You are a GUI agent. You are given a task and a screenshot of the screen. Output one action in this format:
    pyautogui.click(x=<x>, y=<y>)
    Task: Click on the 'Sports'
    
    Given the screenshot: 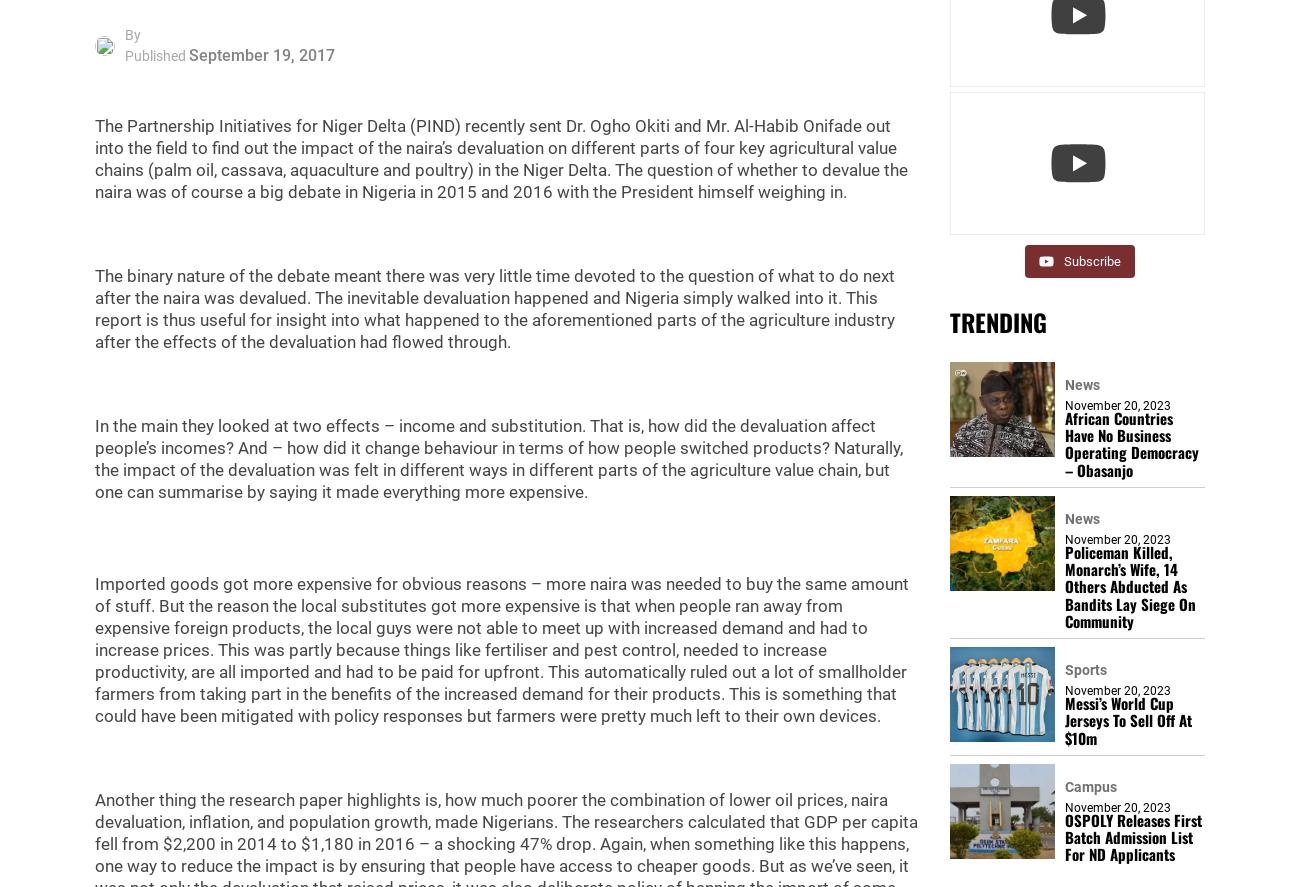 What is the action you would take?
    pyautogui.click(x=1085, y=669)
    